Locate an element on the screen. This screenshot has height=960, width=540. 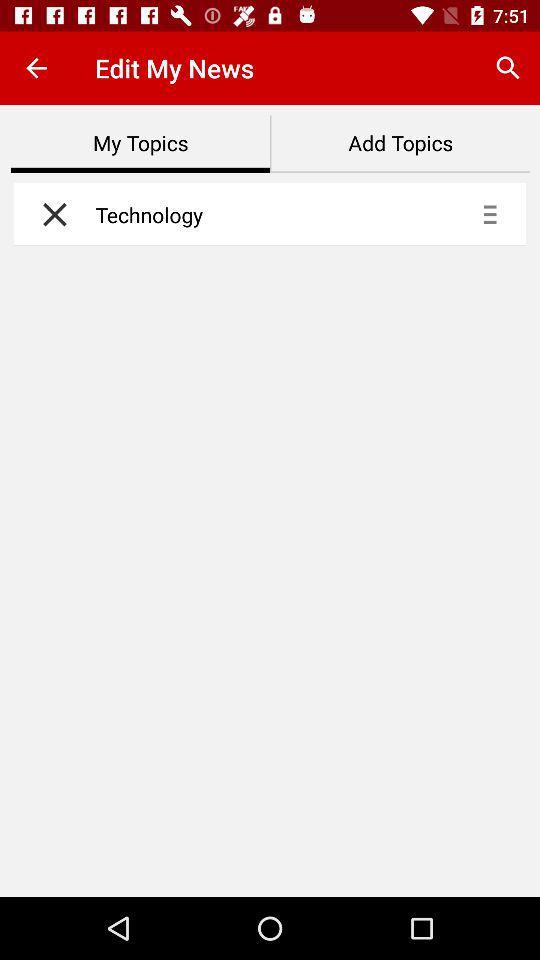
remove topic is located at coordinates (49, 214).